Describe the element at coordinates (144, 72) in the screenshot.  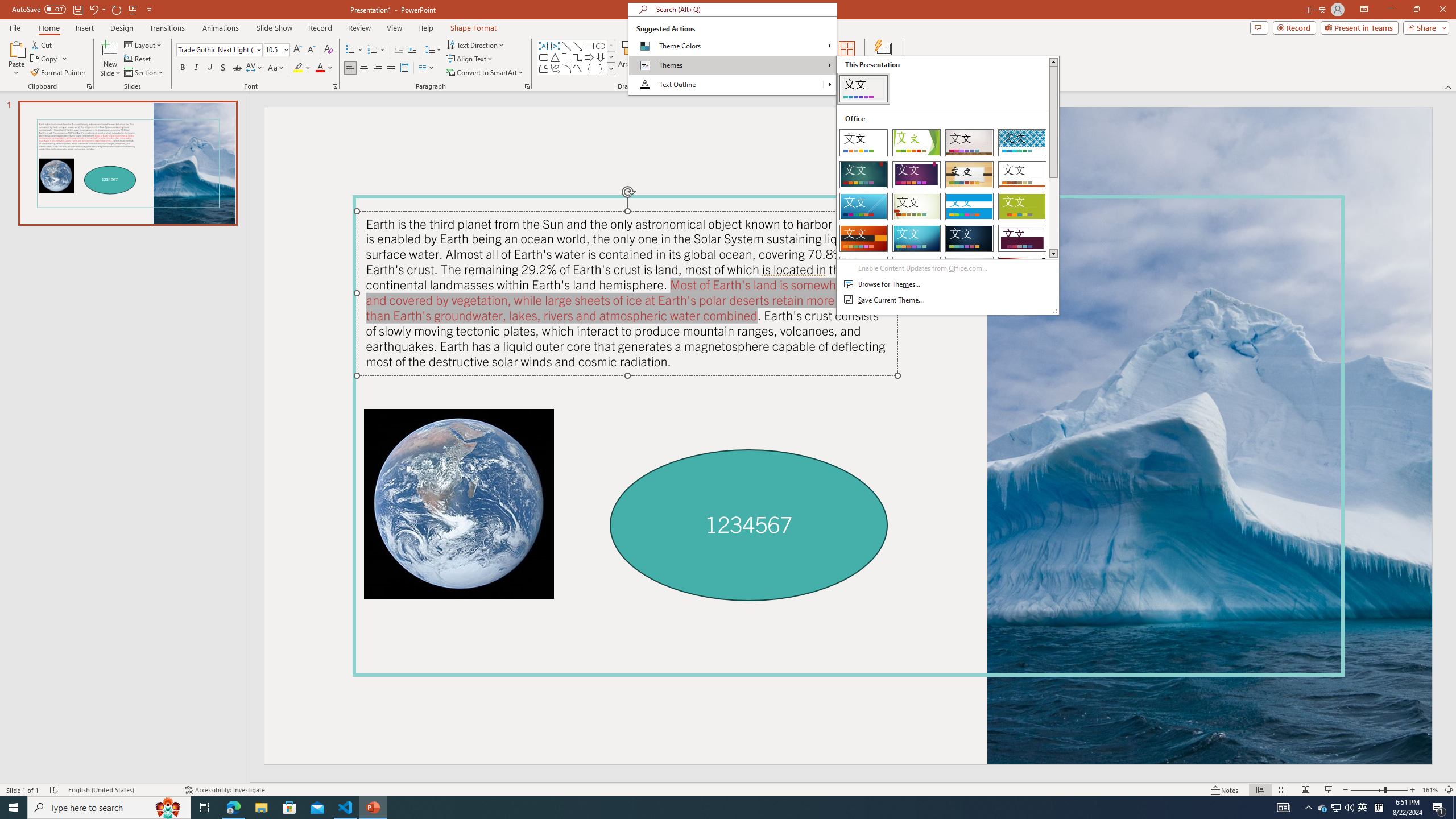
I see `'Section'` at that location.